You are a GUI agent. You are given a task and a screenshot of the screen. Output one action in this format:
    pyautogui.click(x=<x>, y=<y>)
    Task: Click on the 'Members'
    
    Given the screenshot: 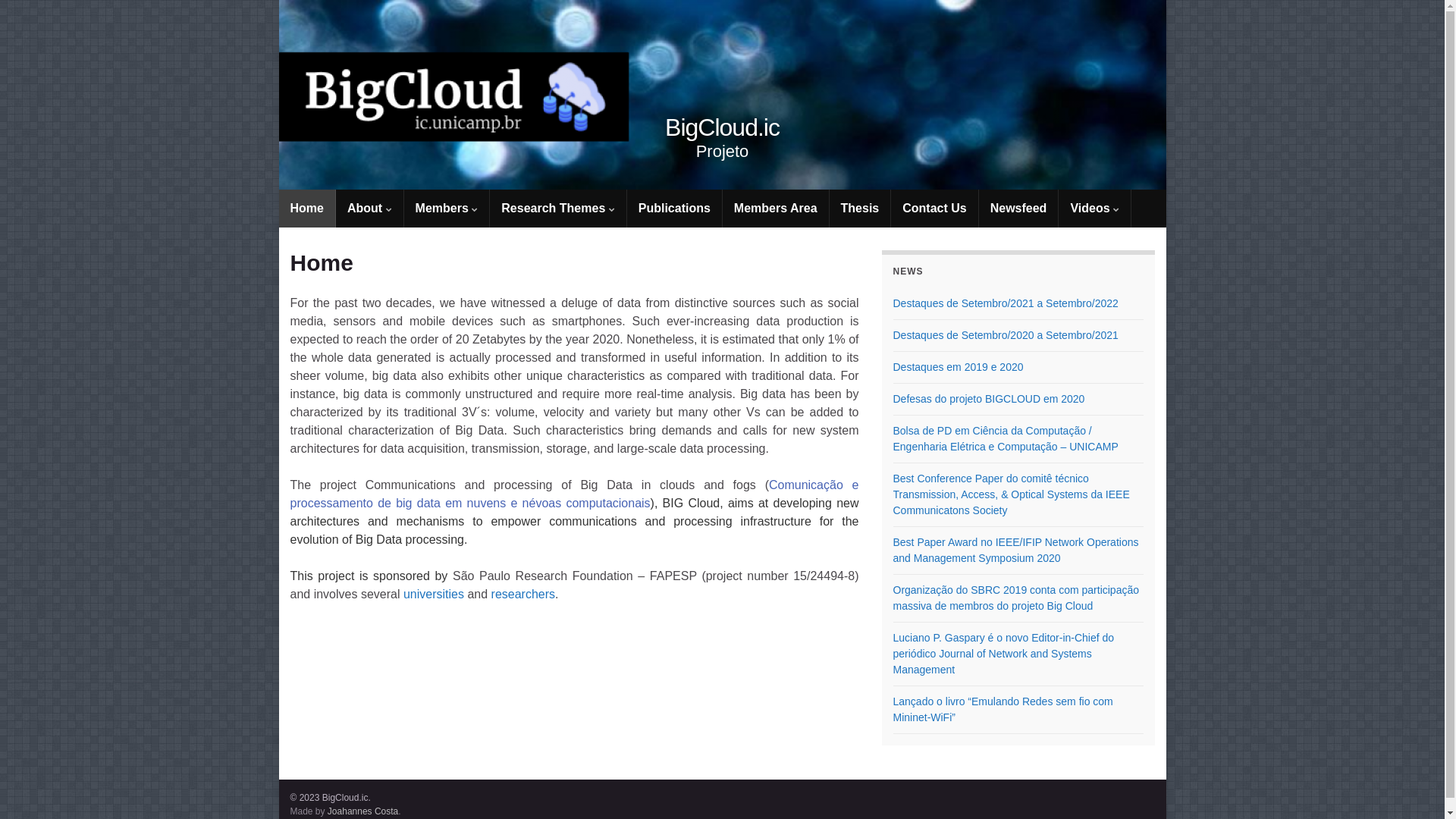 What is the action you would take?
    pyautogui.click(x=446, y=208)
    